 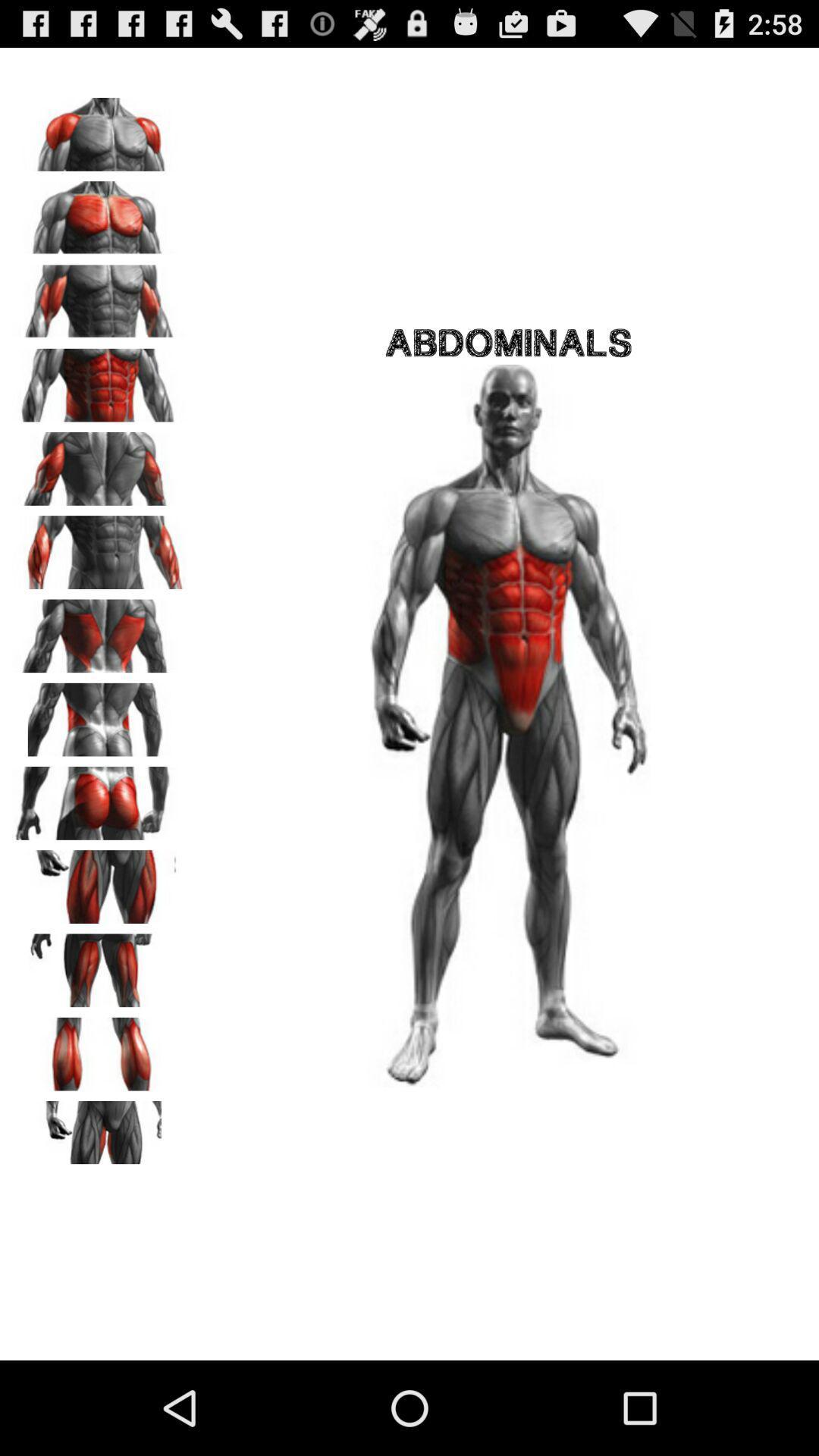 I want to click on swithc muscle group, so click(x=99, y=797).